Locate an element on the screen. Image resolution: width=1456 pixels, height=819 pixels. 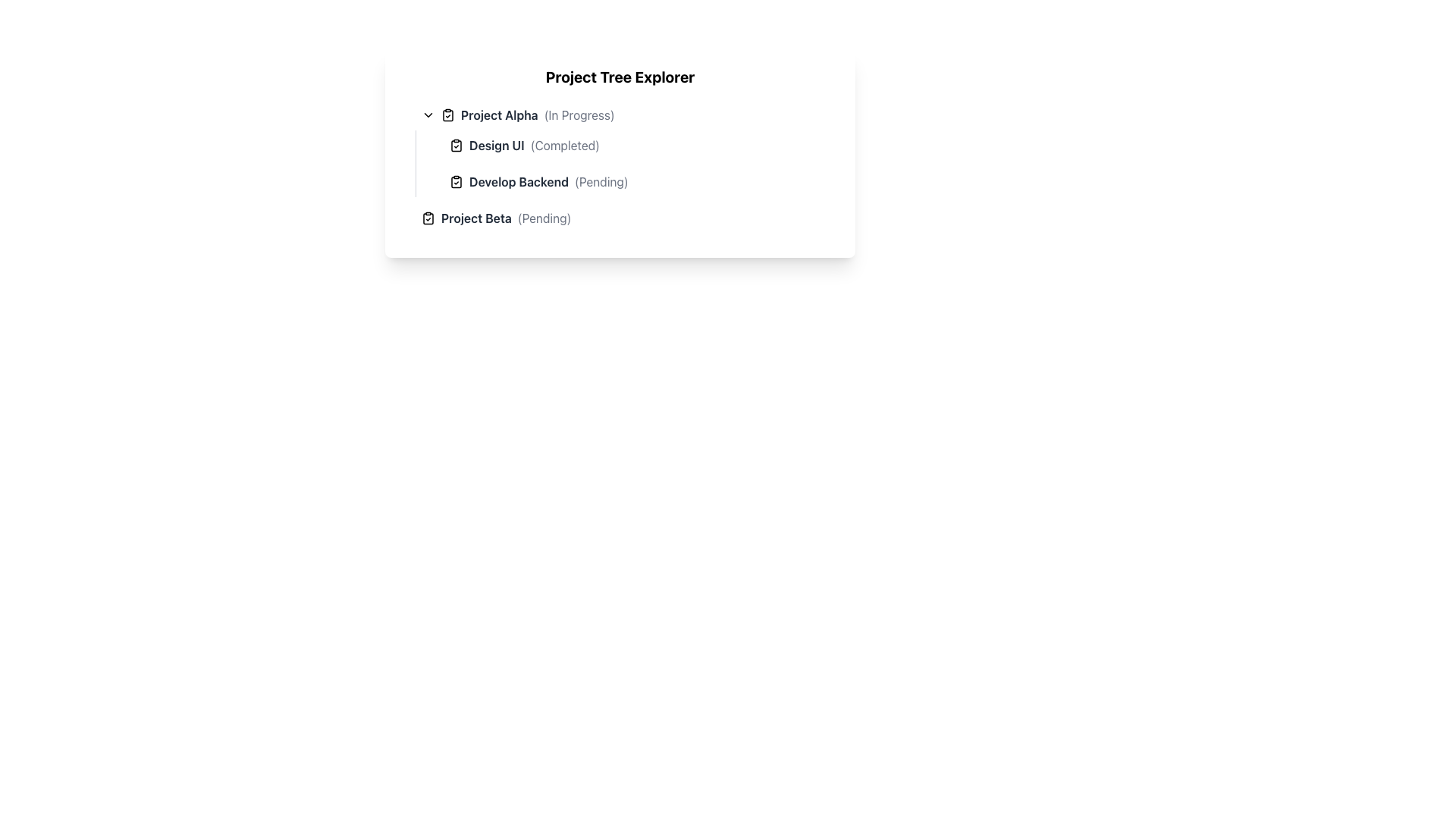
the first list item representing the completed task 'Design UI' under the 'Project Alpha' section is located at coordinates (640, 146).